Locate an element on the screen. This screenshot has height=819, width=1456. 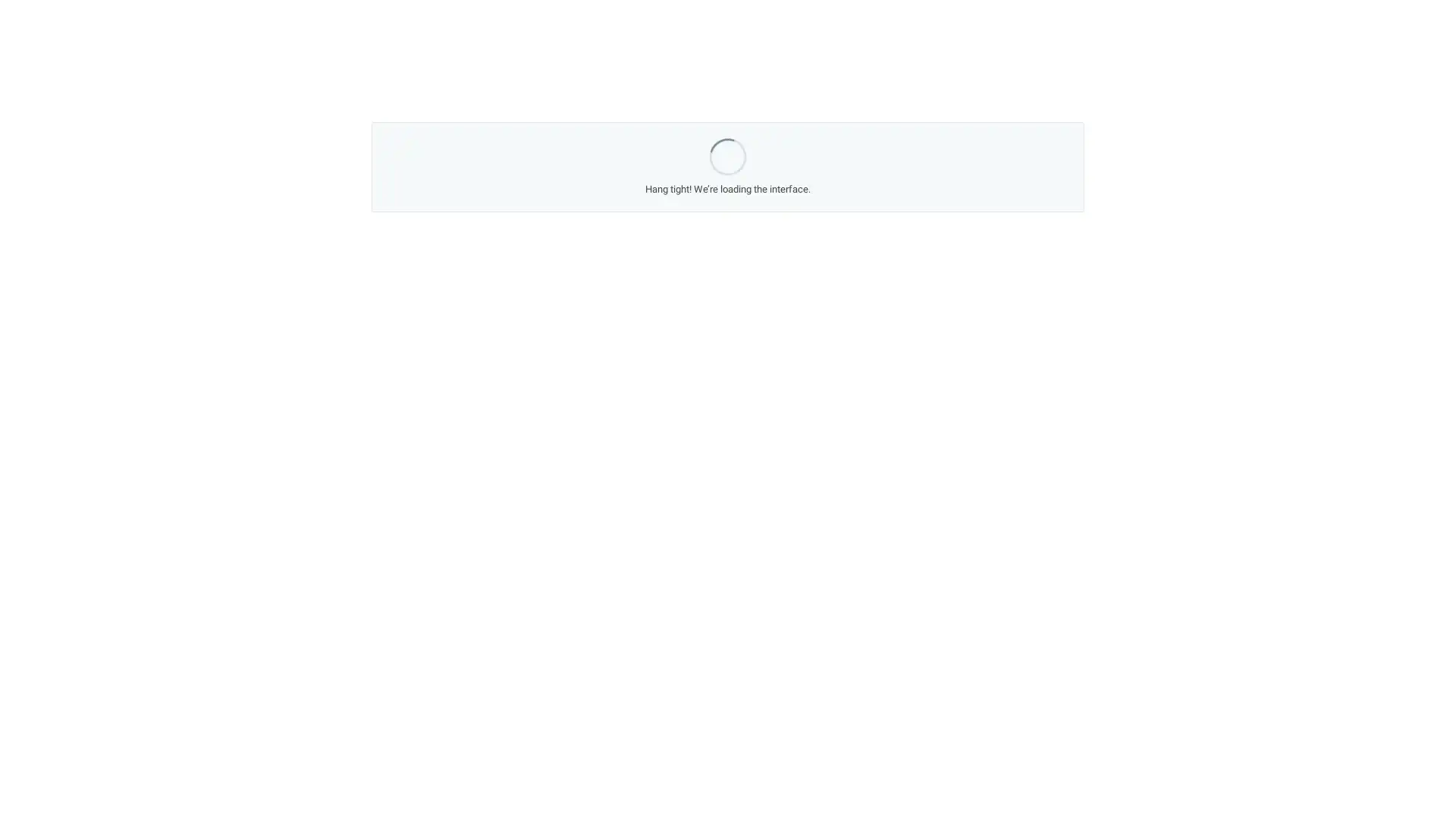
Browse Directory is located at coordinates (912, 359).